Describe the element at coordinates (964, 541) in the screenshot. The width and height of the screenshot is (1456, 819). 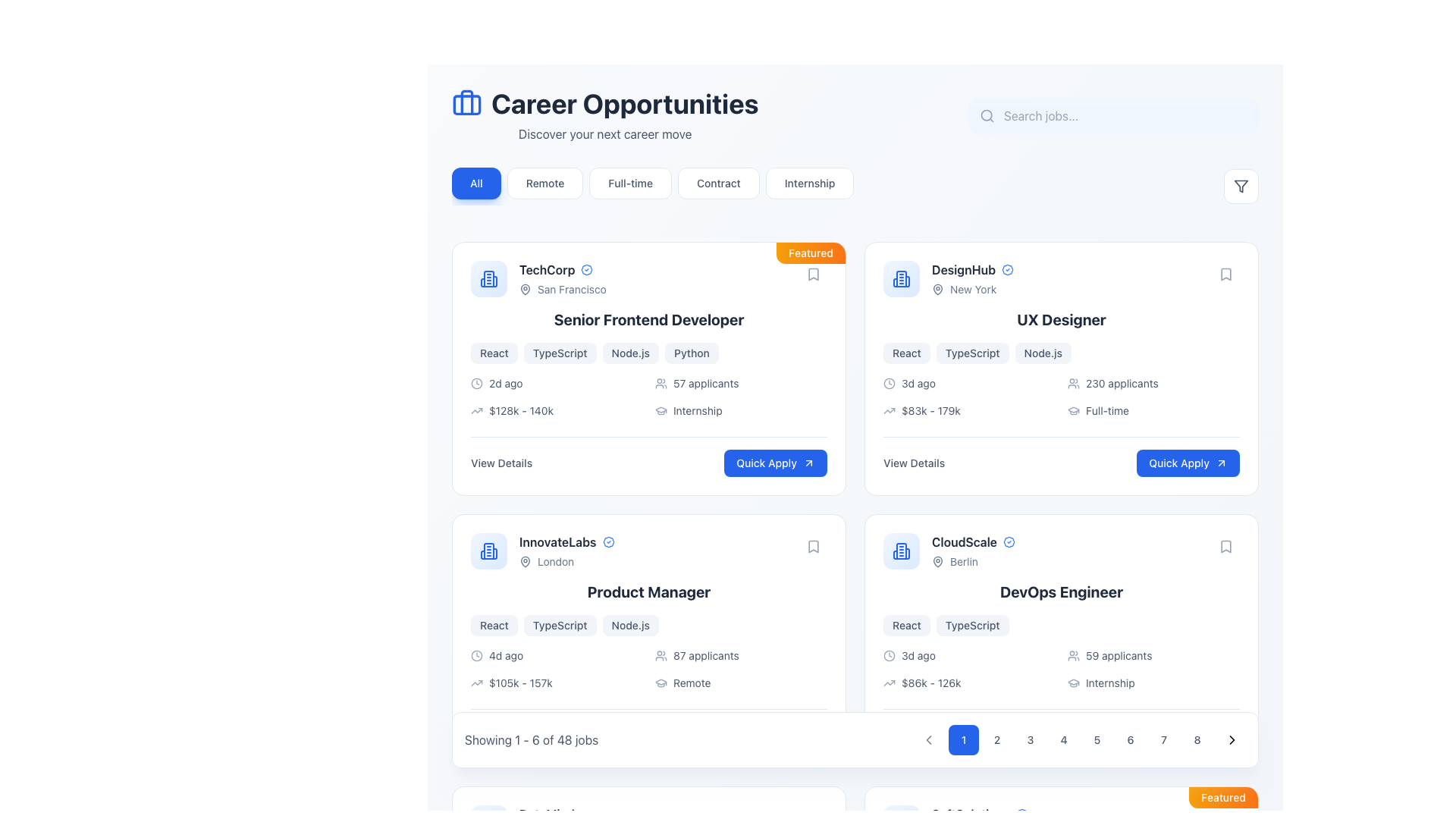
I see `the 'CloudScale' text label, which is styled in bold dark slate-gray and is part of the 'DevOps Engineer' job listing card, located above the 'Berlin' label and adjacent to a blue checkmark icon` at that location.